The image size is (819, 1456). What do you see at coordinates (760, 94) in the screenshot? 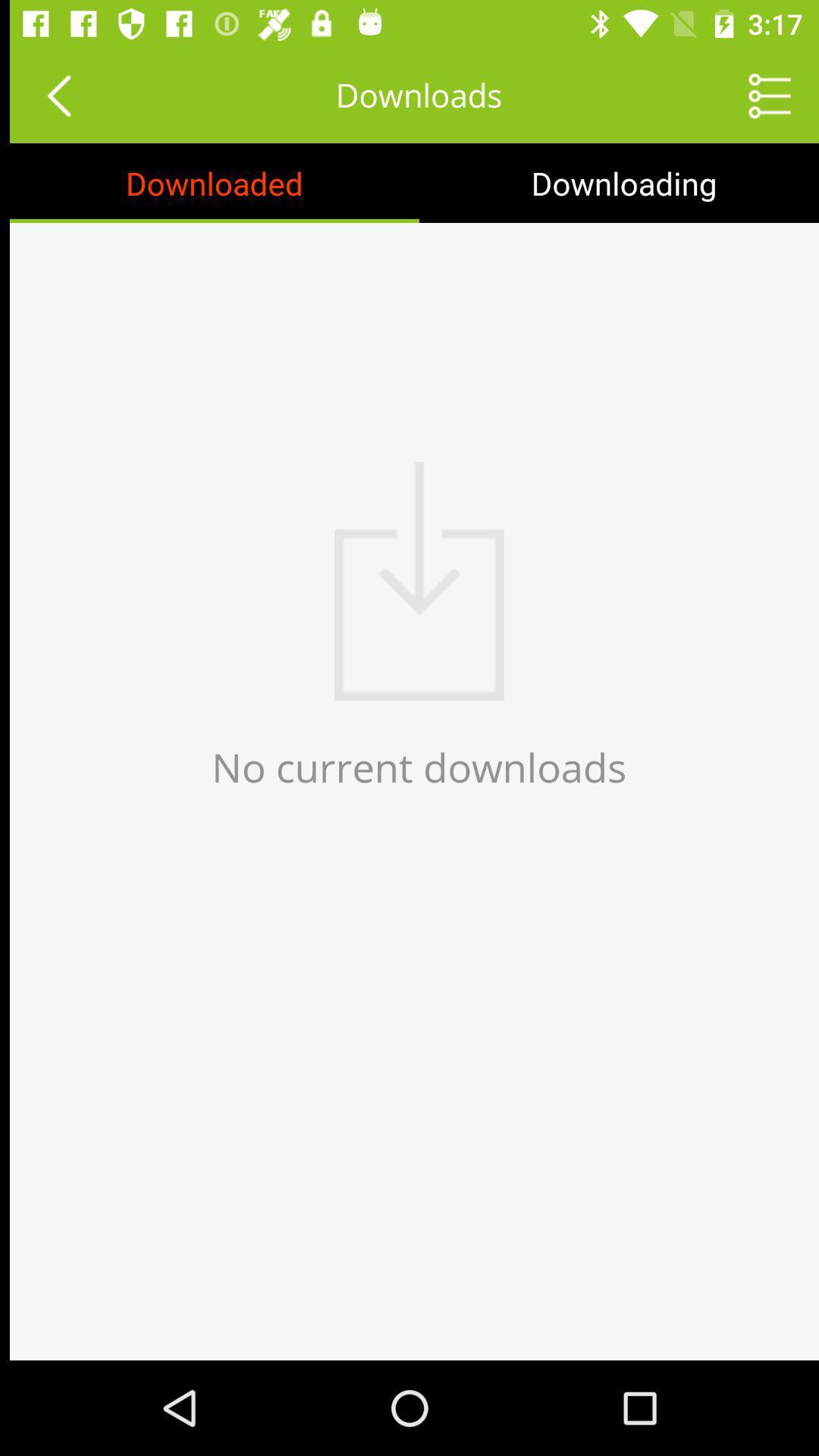
I see `the item next to the downloads icon` at bounding box center [760, 94].